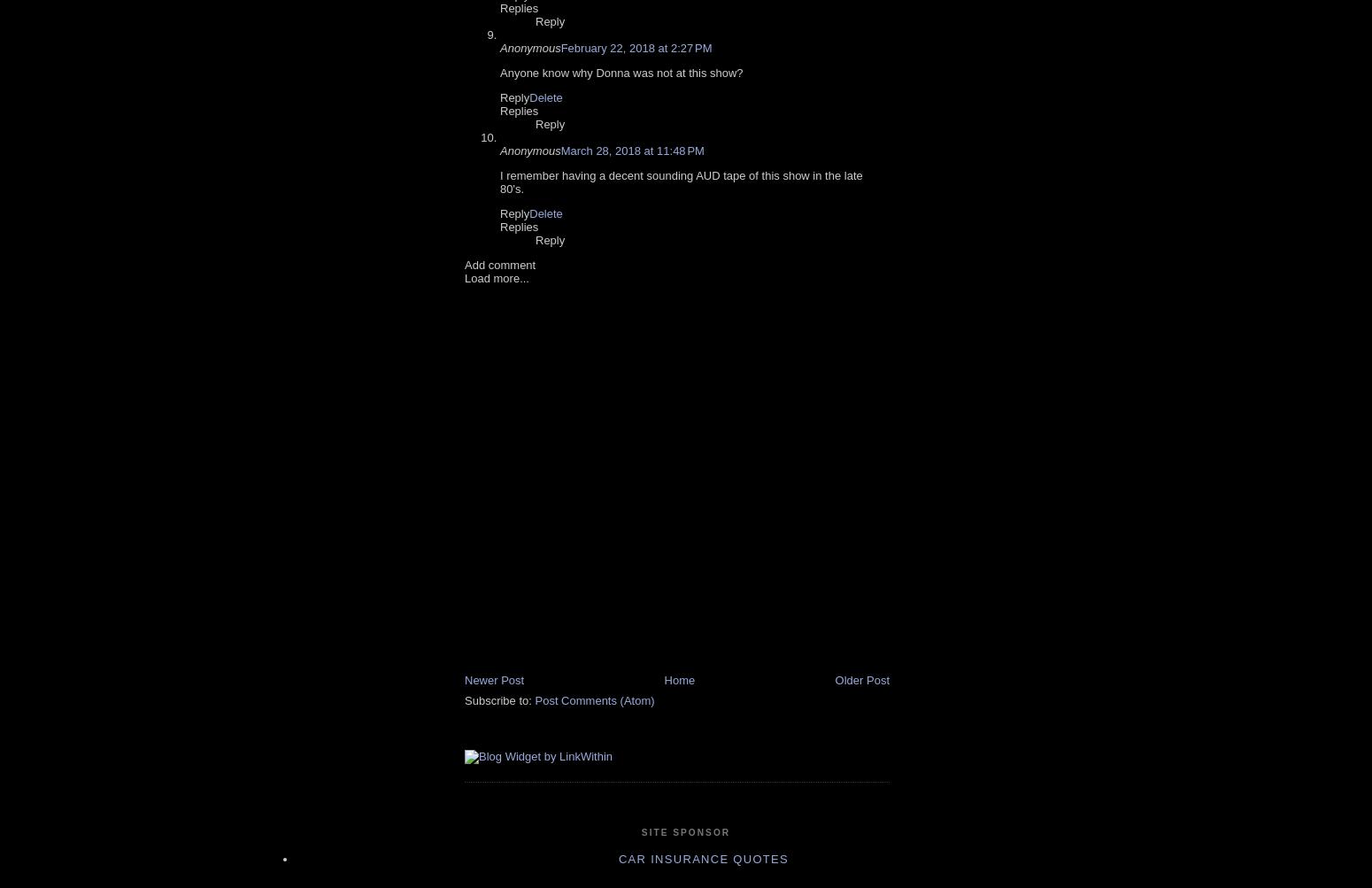 This screenshot has height=888, width=1372. Describe the element at coordinates (616, 857) in the screenshot. I see `'car insurance quotes'` at that location.